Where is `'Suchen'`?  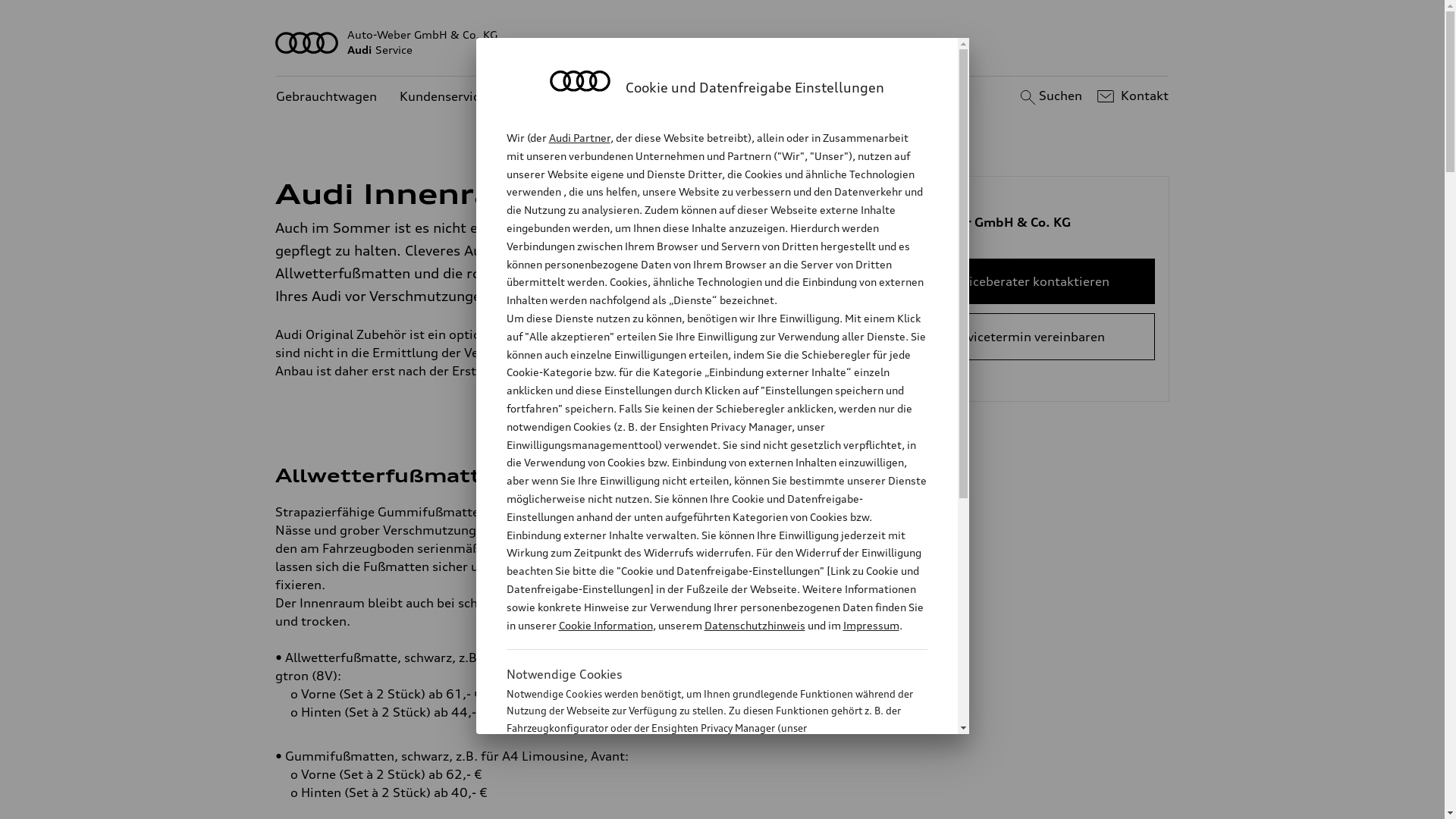 'Suchen' is located at coordinates (1048, 96).